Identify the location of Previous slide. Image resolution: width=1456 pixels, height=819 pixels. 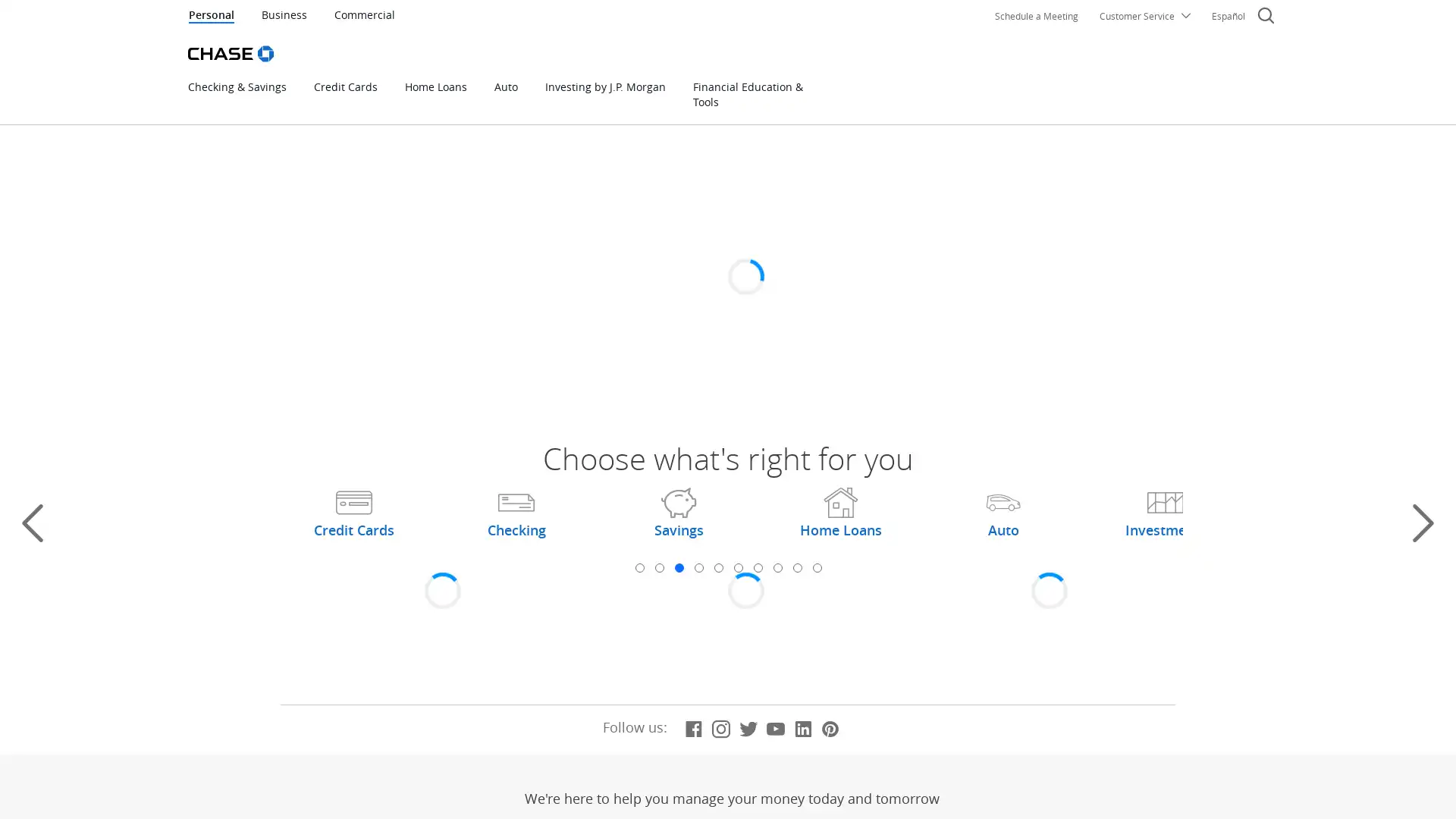
(33, 522).